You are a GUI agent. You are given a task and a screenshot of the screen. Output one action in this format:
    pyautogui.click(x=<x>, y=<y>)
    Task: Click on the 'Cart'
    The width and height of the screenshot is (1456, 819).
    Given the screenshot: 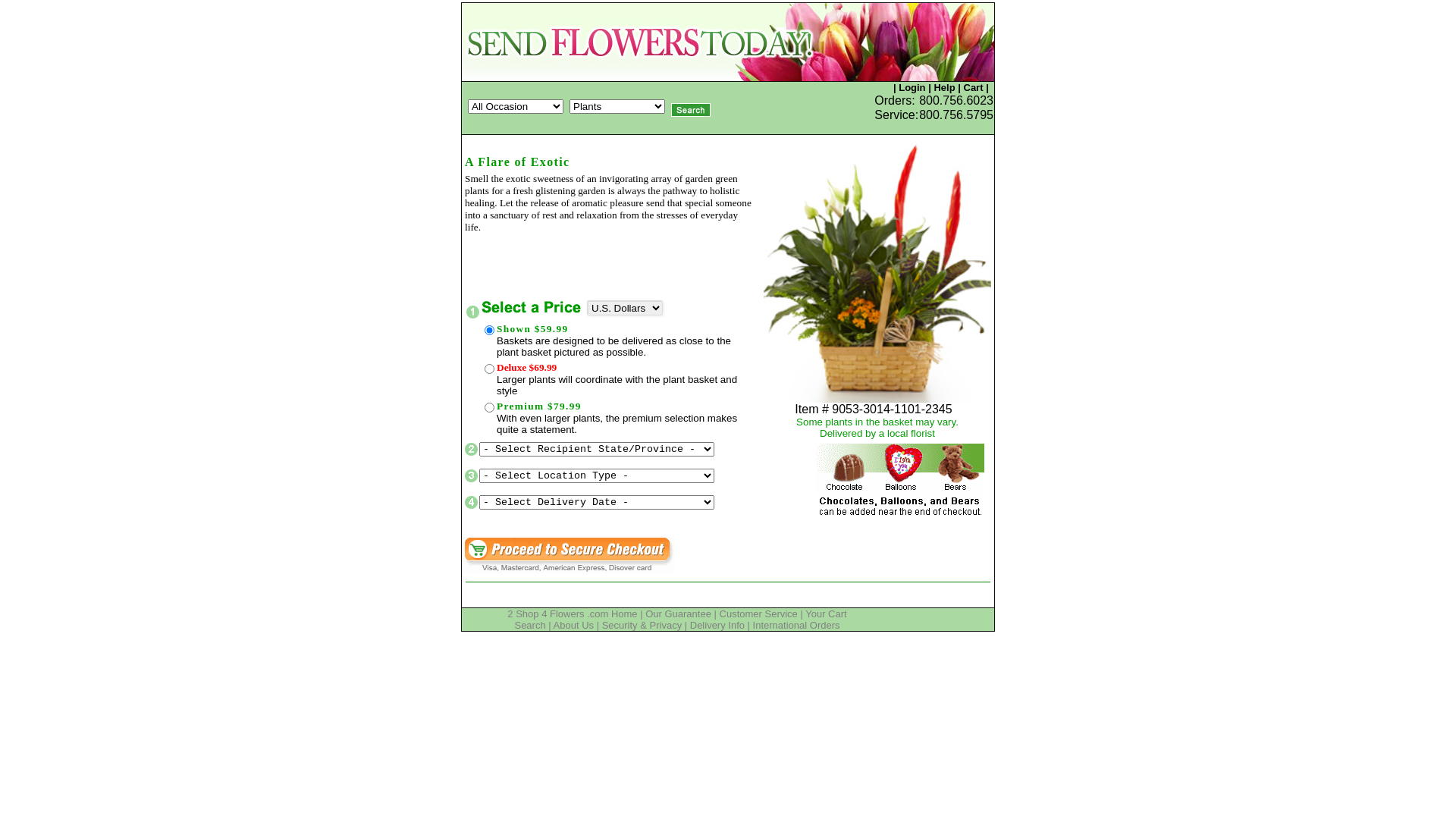 What is the action you would take?
    pyautogui.click(x=962, y=87)
    